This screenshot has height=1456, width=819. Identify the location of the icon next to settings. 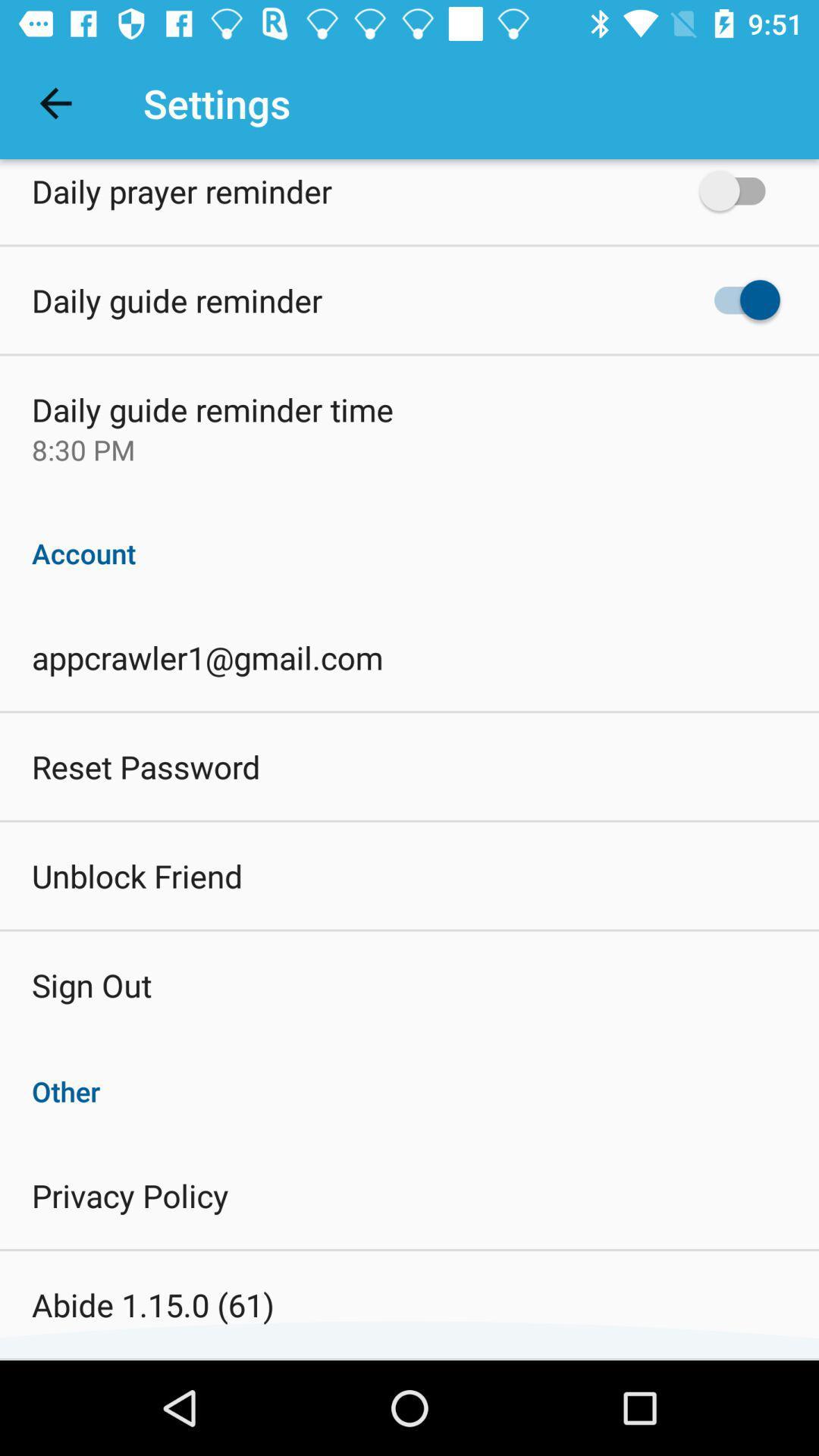
(55, 102).